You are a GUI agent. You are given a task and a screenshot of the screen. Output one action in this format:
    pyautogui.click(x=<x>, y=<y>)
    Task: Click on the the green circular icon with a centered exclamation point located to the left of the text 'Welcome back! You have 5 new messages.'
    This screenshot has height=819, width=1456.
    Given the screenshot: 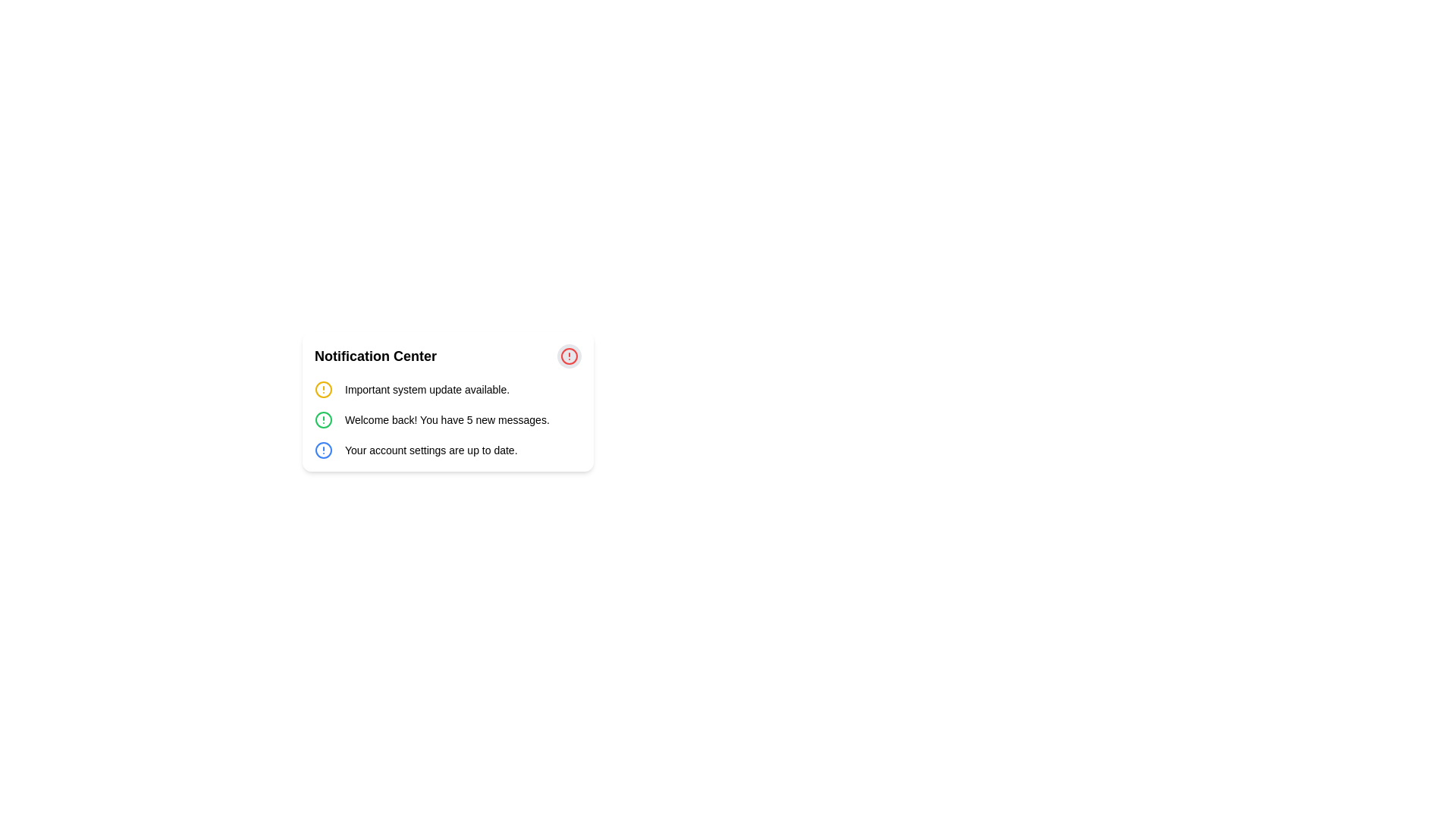 What is the action you would take?
    pyautogui.click(x=323, y=420)
    